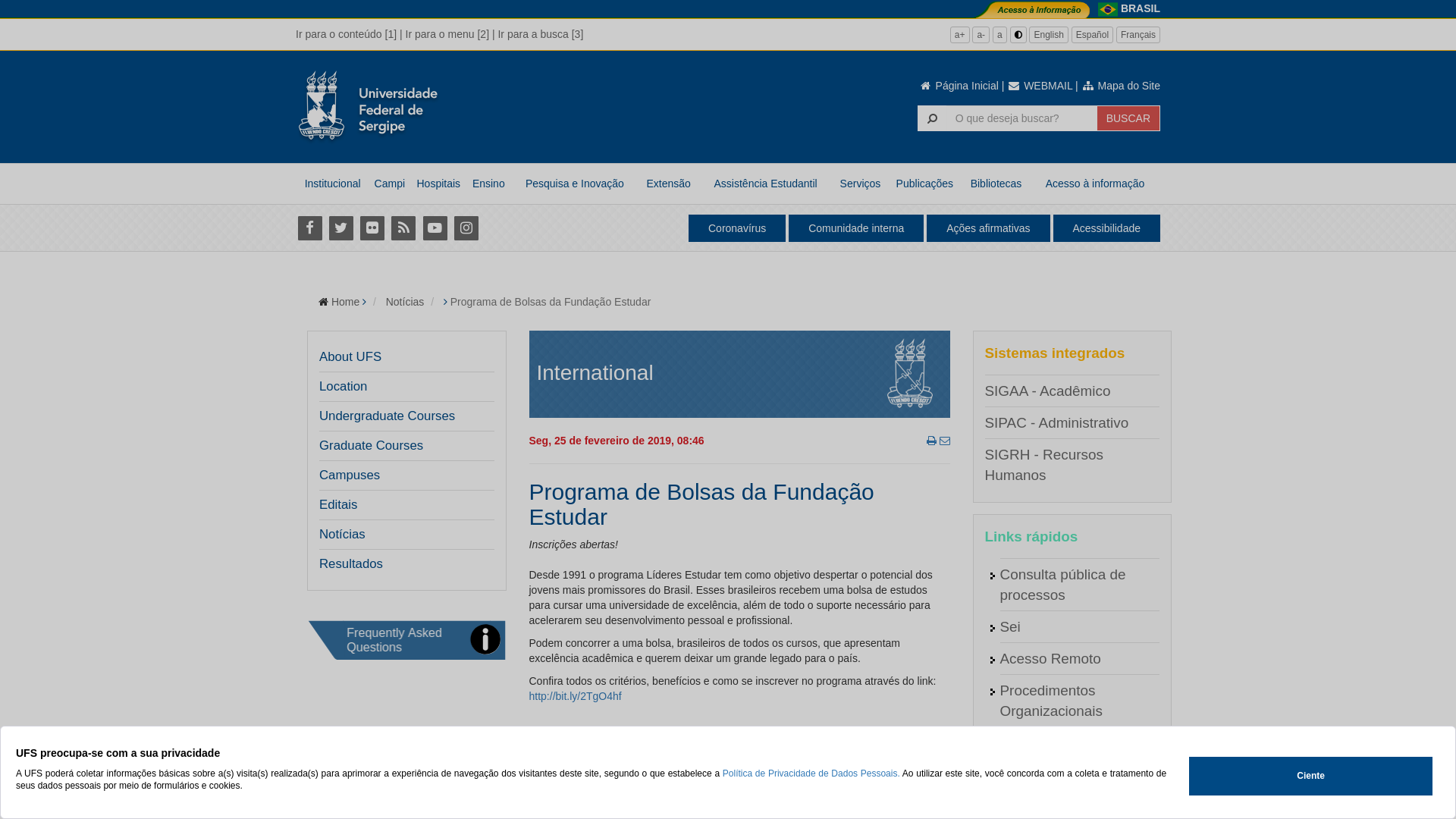 The image size is (1456, 819). Describe the element at coordinates (1080, 85) in the screenshot. I see `'Mapa do Site'` at that location.